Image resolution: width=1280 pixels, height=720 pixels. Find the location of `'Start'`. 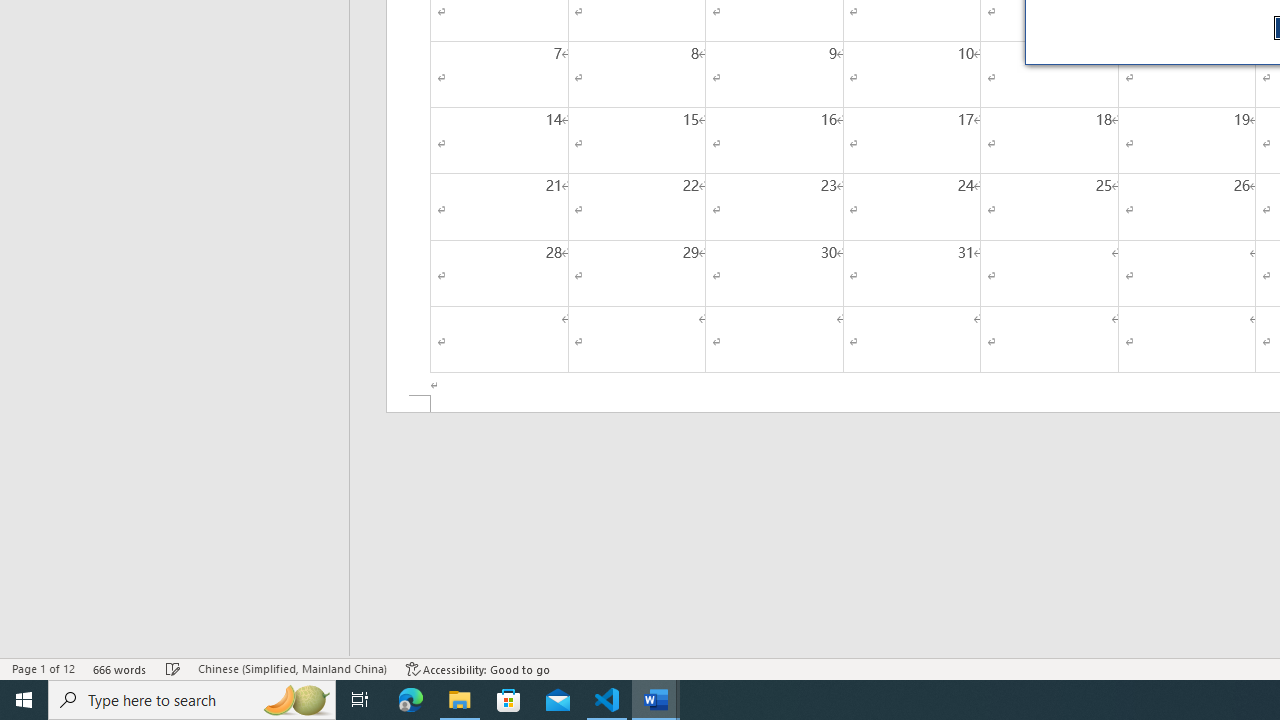

'Start' is located at coordinates (24, 698).